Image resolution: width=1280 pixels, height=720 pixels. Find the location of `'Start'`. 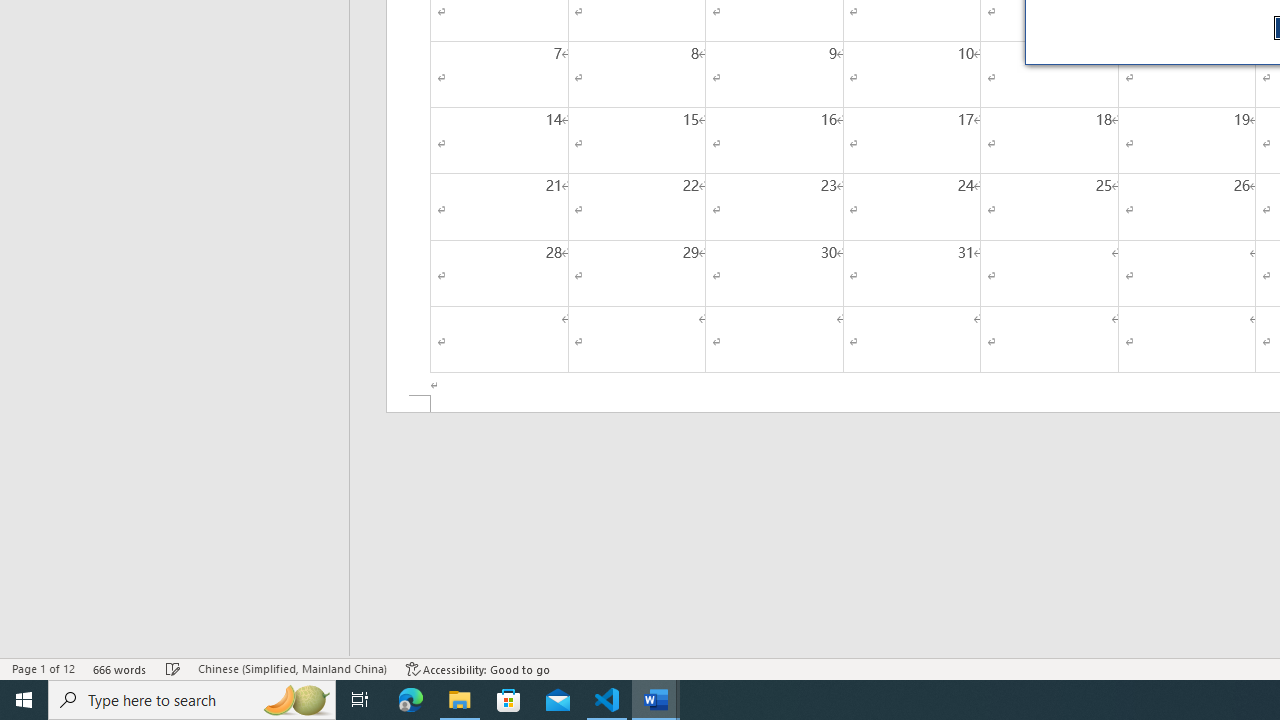

'Start' is located at coordinates (24, 698).